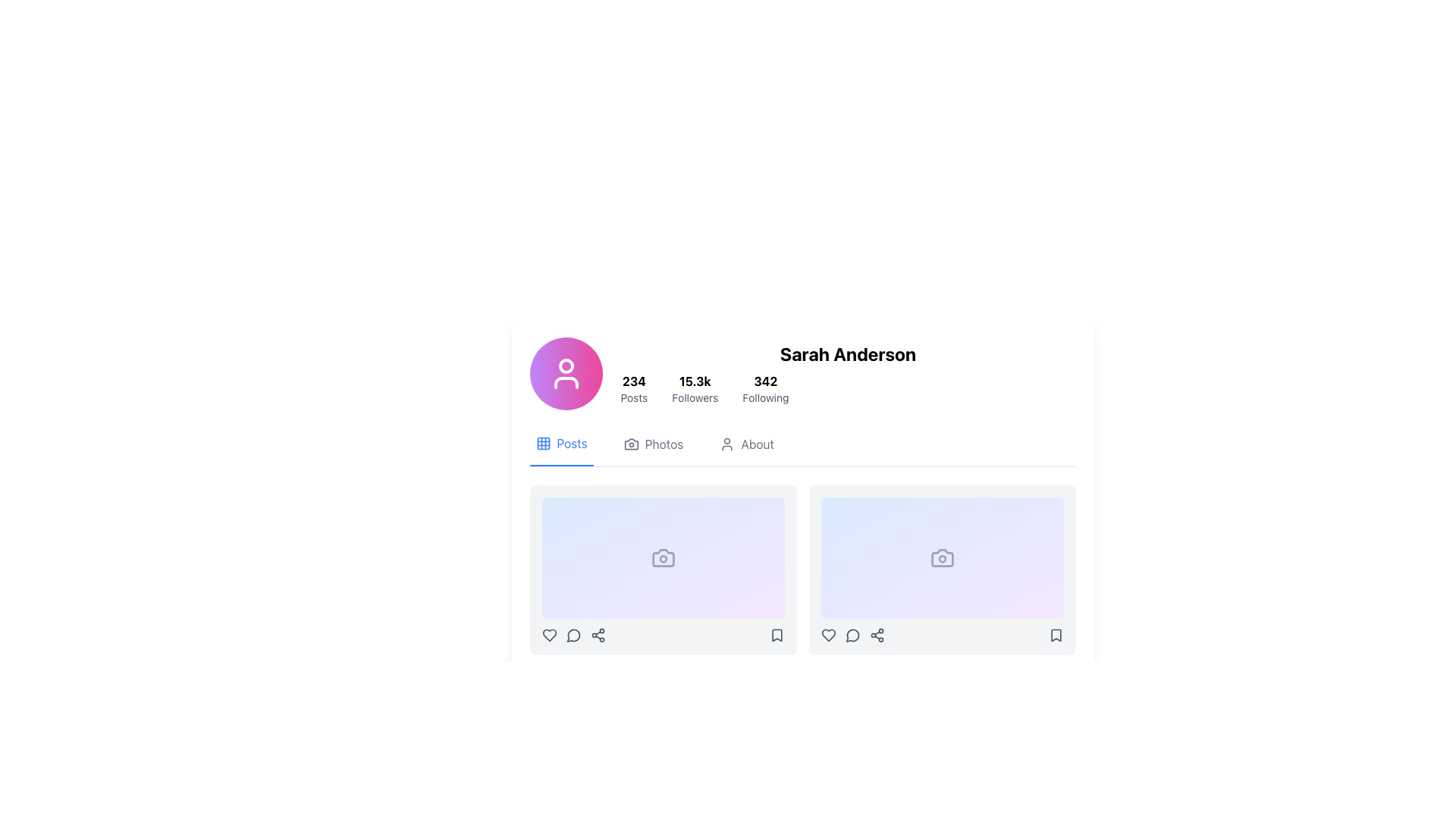  What do you see at coordinates (565, 374) in the screenshot?
I see `the user's profile avatar icon located in the upper left section of the interface` at bounding box center [565, 374].